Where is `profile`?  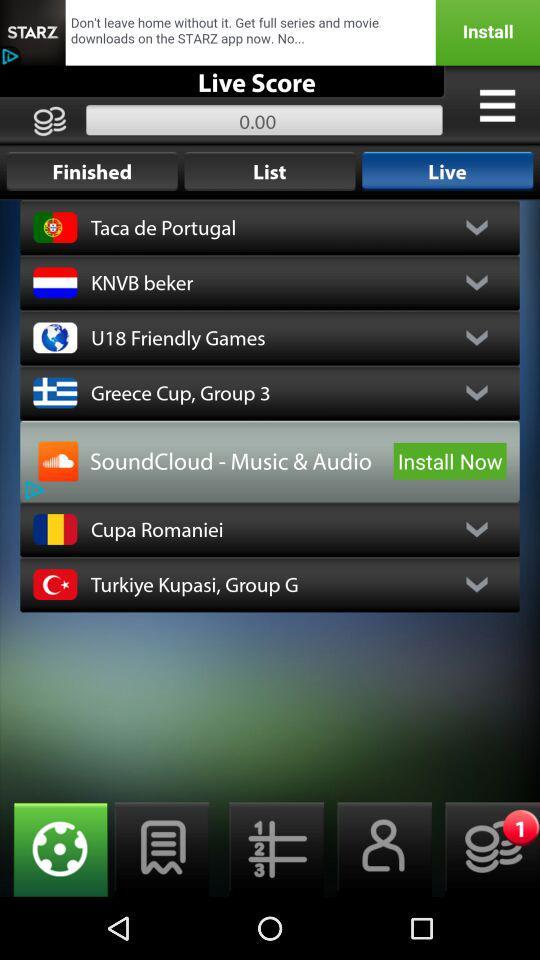
profile is located at coordinates (378, 848).